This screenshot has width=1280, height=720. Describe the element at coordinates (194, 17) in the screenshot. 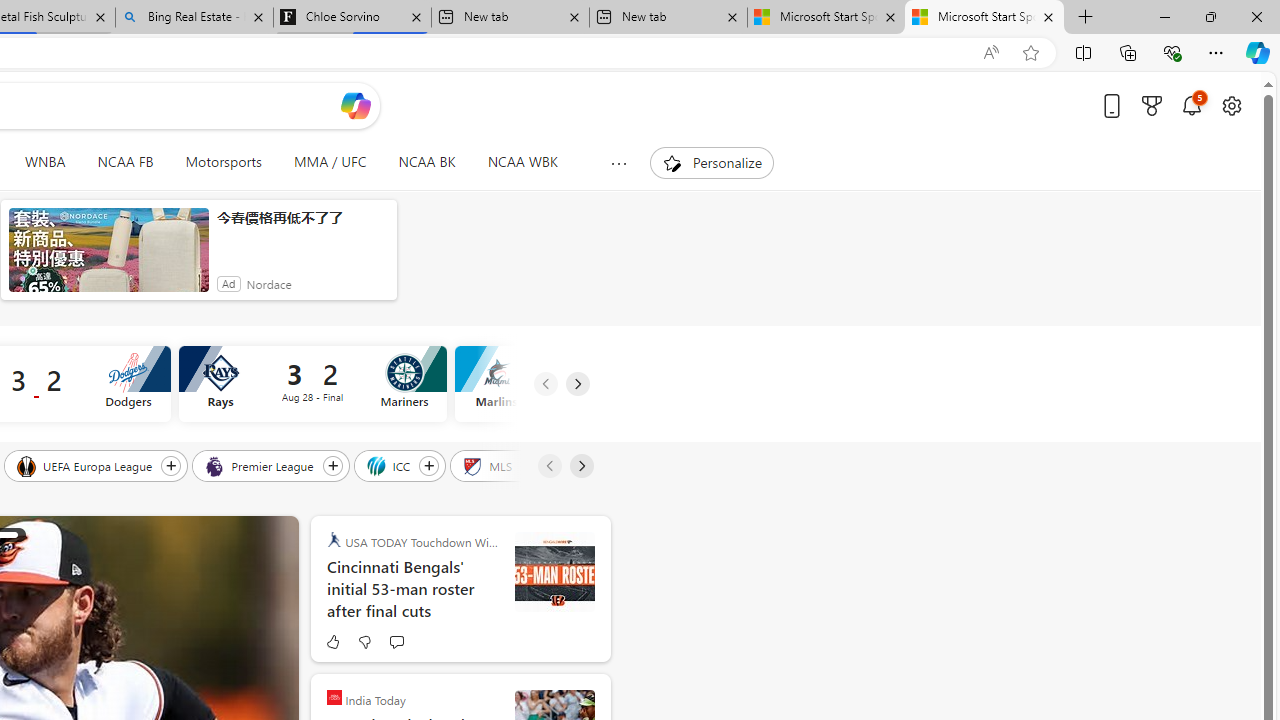

I see `'Bing Real Estate - Home sales and rental listings'` at that location.